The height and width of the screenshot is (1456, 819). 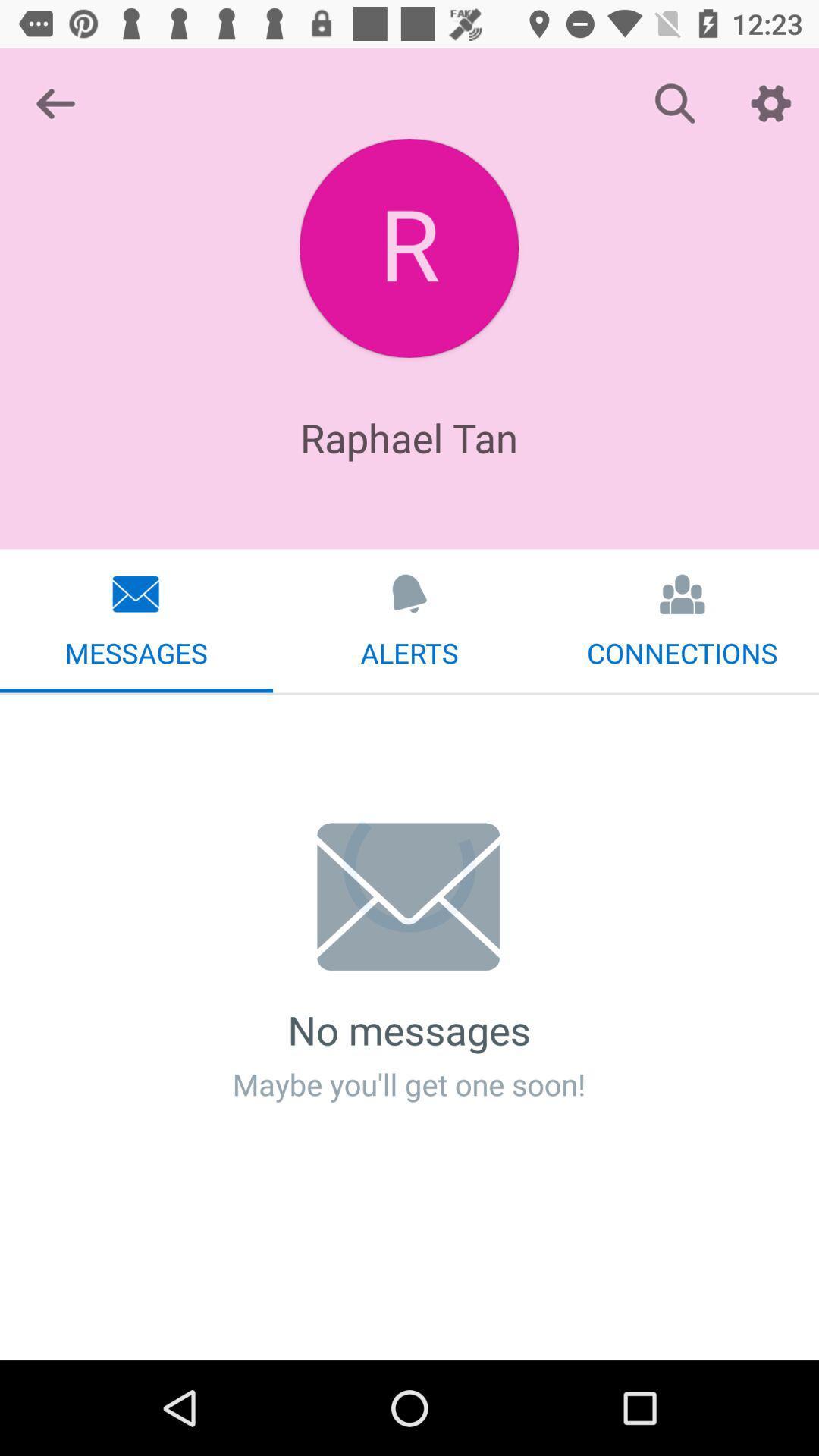 What do you see at coordinates (55, 102) in the screenshot?
I see `the icon at the top left corner` at bounding box center [55, 102].